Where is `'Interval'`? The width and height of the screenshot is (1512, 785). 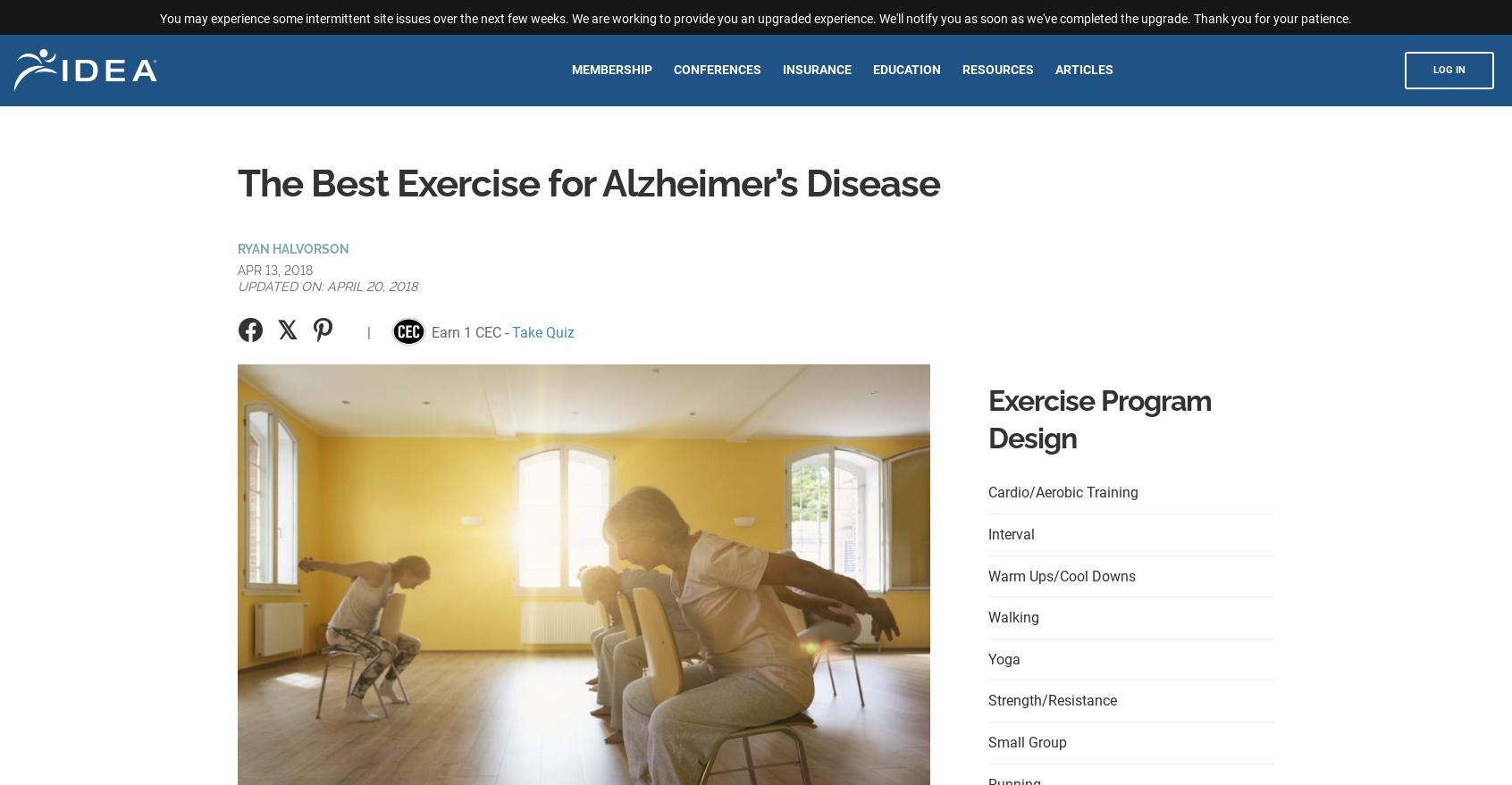
'Interval' is located at coordinates (1010, 532).